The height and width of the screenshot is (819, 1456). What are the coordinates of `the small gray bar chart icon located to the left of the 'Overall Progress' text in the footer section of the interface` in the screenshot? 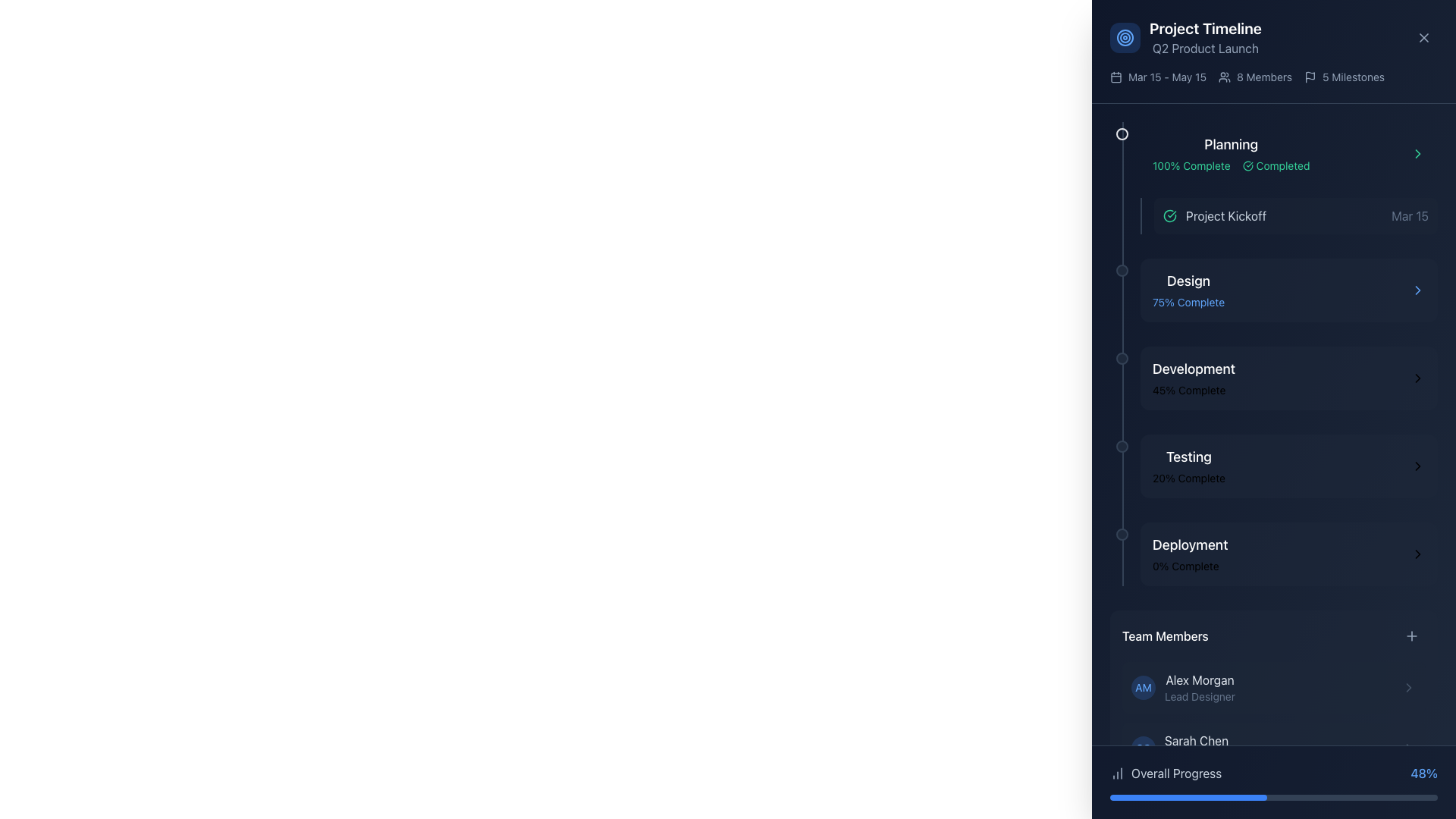 It's located at (1117, 773).